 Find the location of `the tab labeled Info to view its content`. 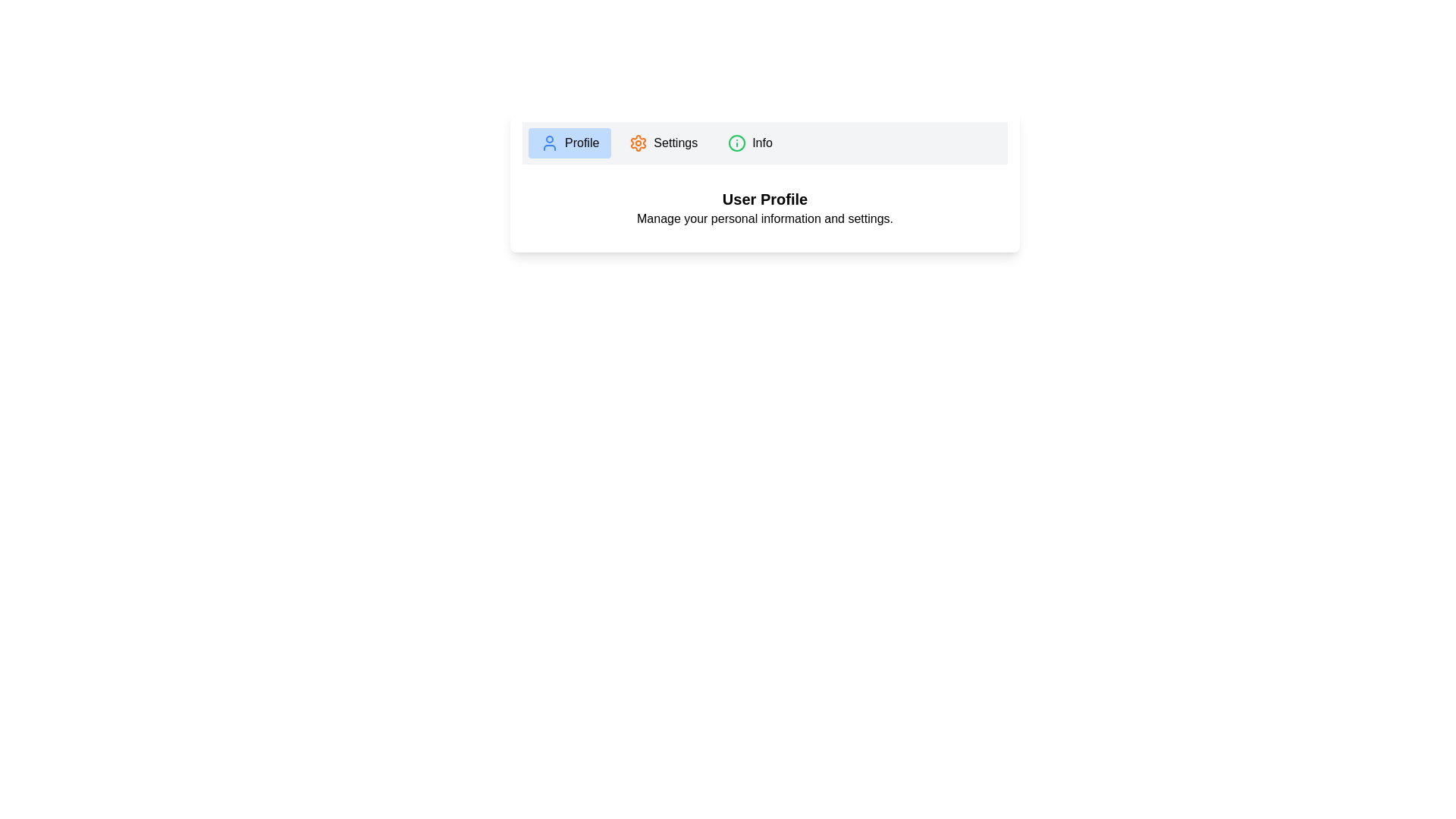

the tab labeled Info to view its content is located at coordinates (750, 143).